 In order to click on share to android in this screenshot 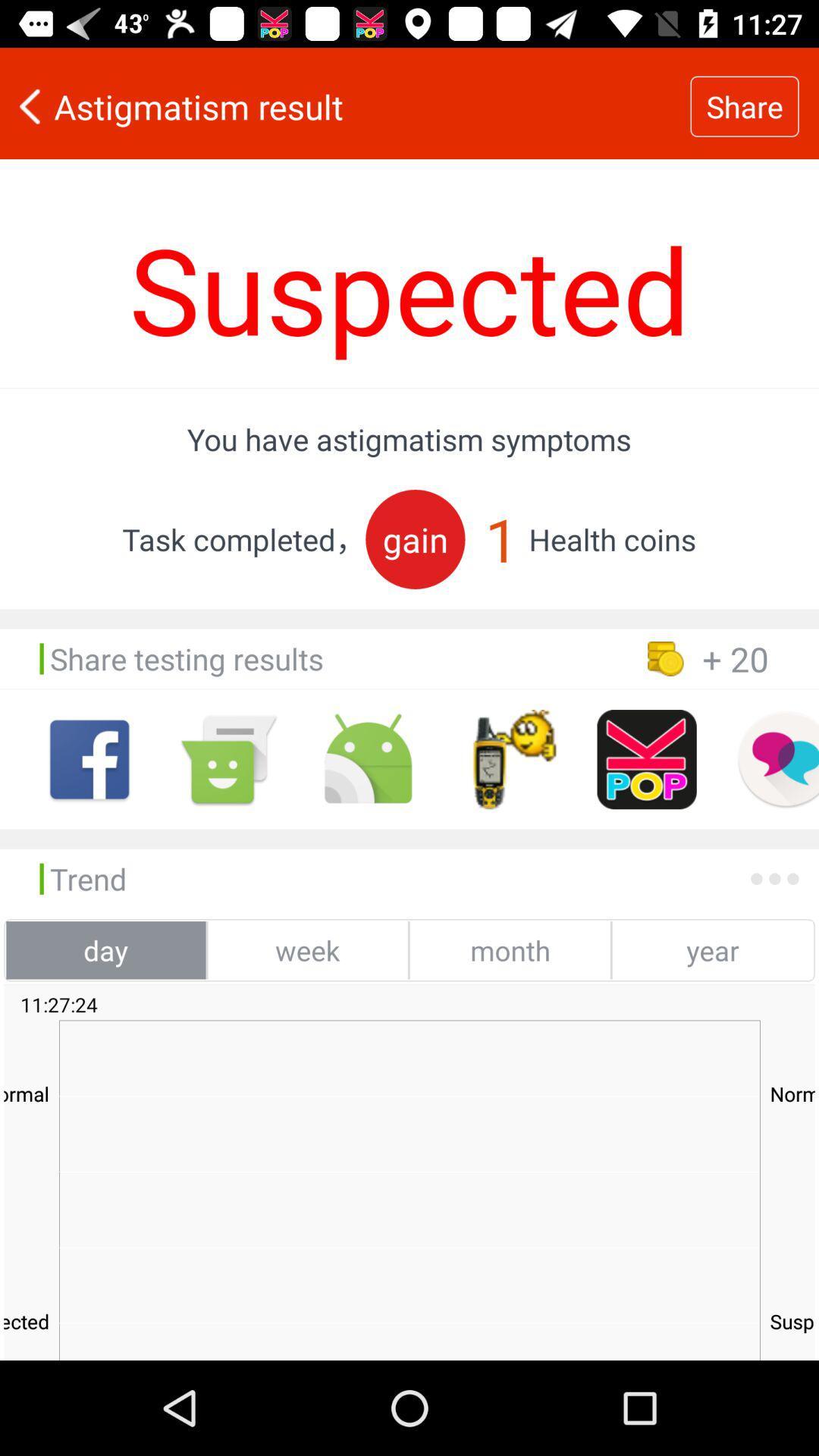, I will do `click(368, 759)`.